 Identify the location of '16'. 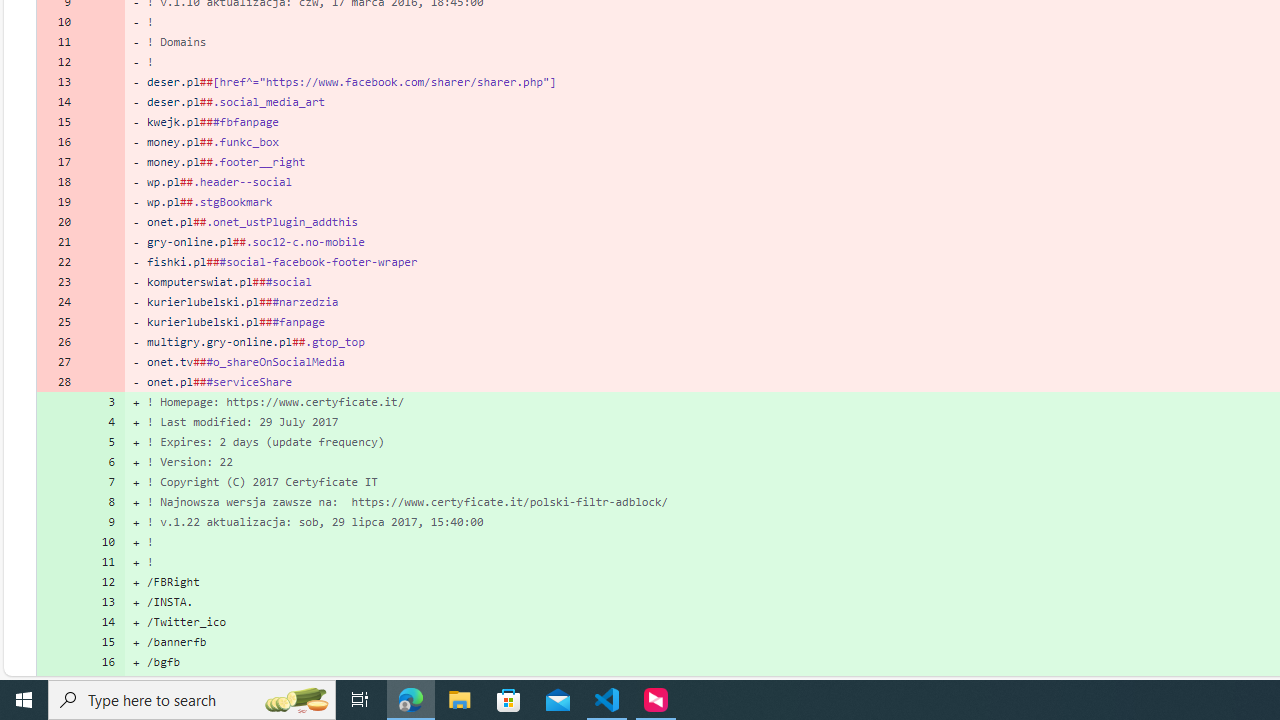
(102, 662).